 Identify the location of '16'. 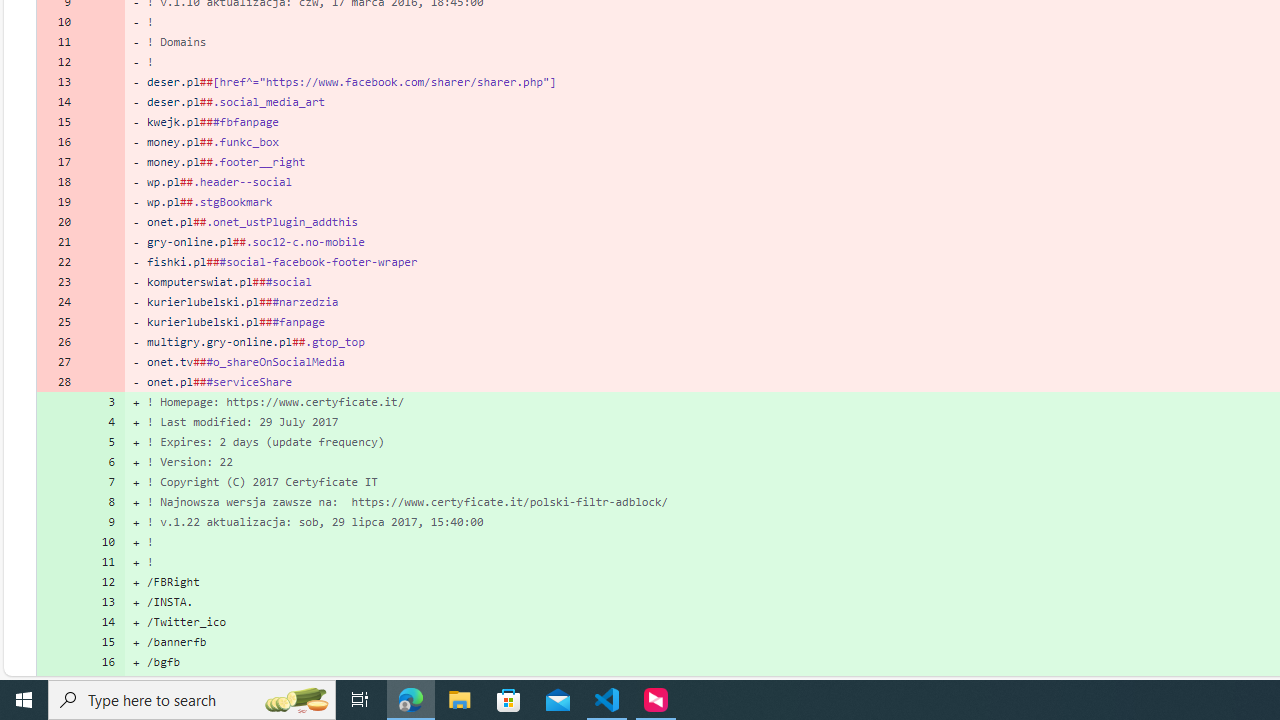
(102, 662).